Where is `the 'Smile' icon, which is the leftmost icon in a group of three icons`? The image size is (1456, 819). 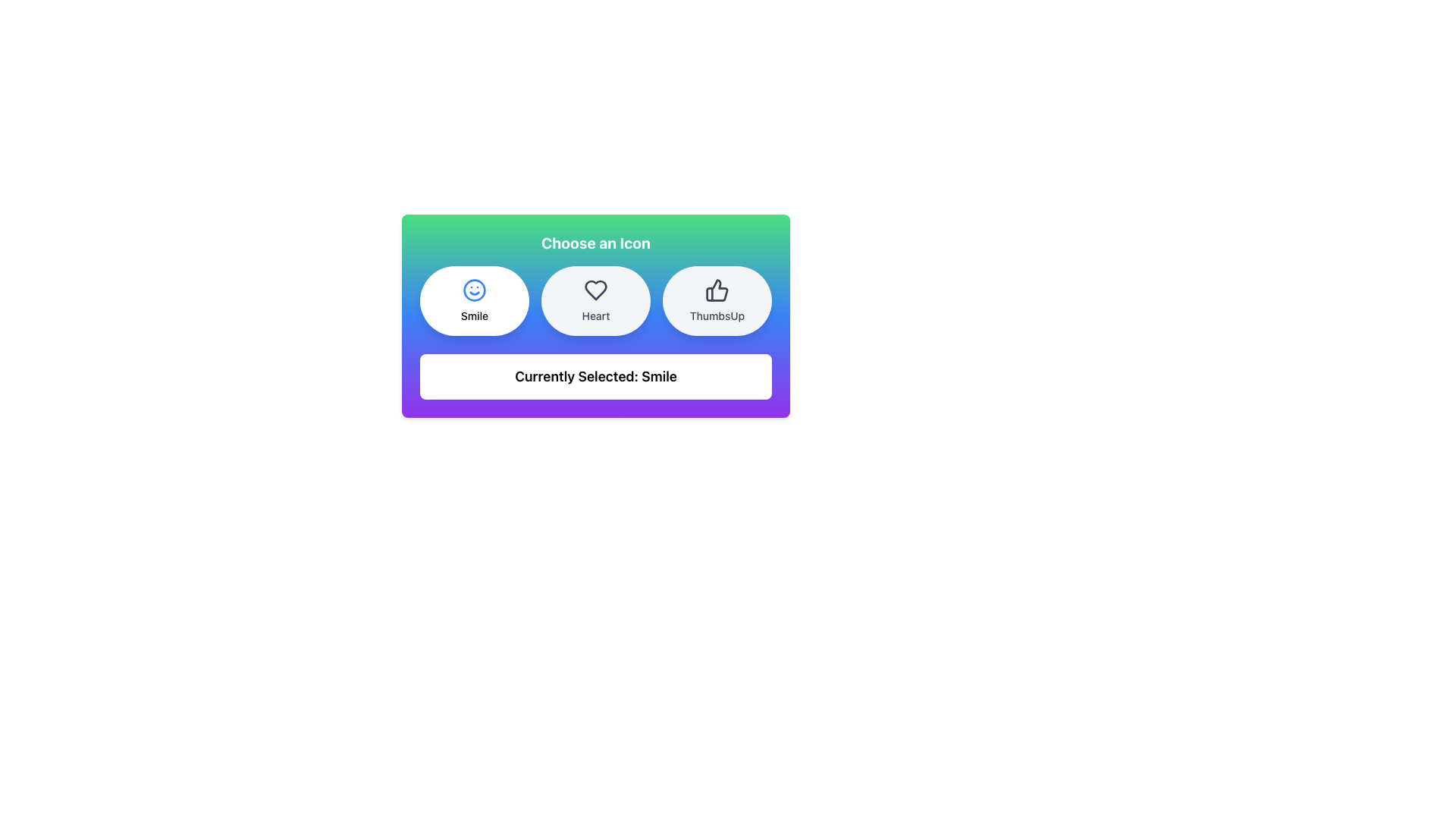
the 'Smile' icon, which is the leftmost icon in a group of three icons is located at coordinates (473, 290).